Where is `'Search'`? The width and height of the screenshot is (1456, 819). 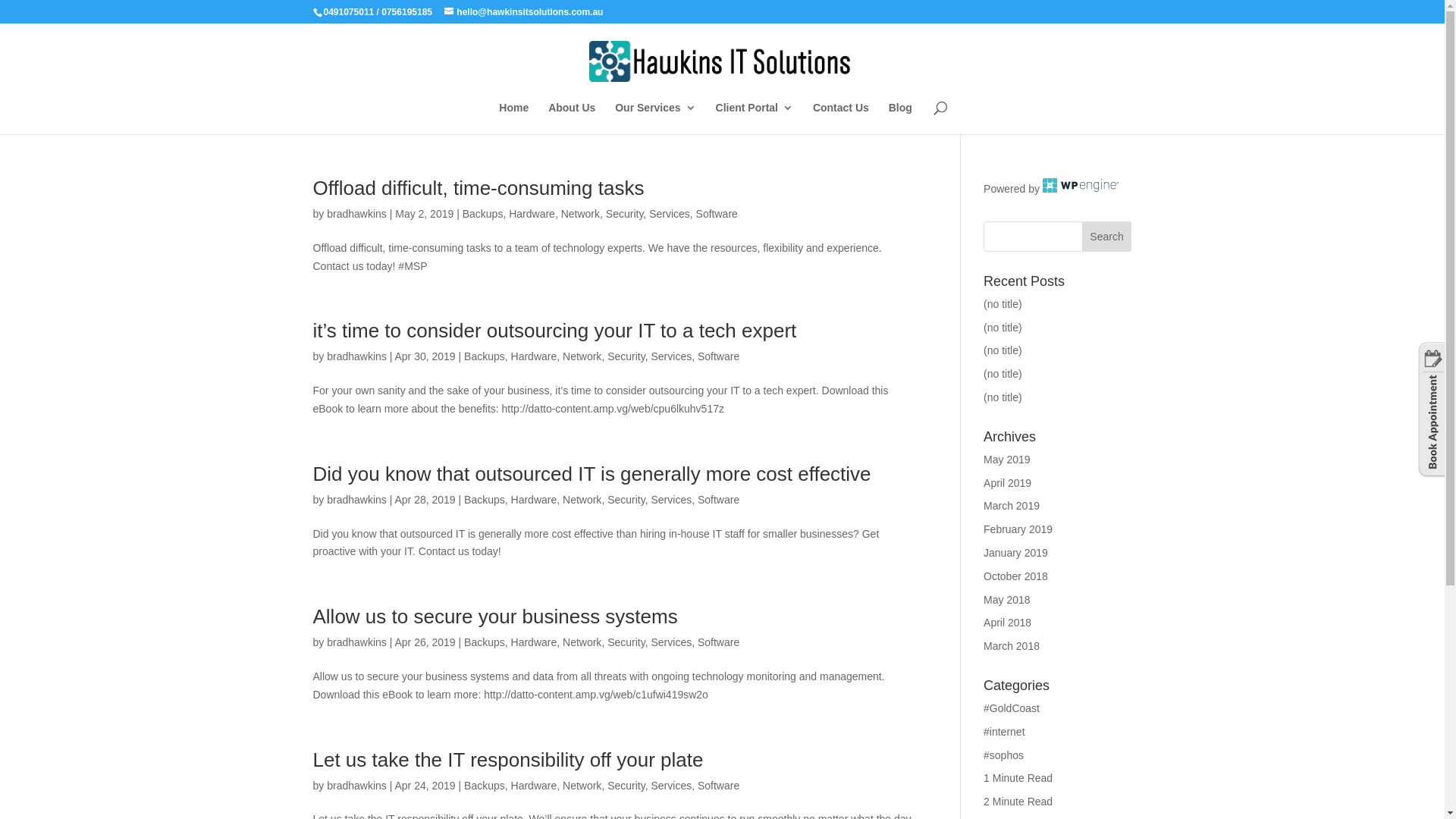 'Search' is located at coordinates (1106, 237).